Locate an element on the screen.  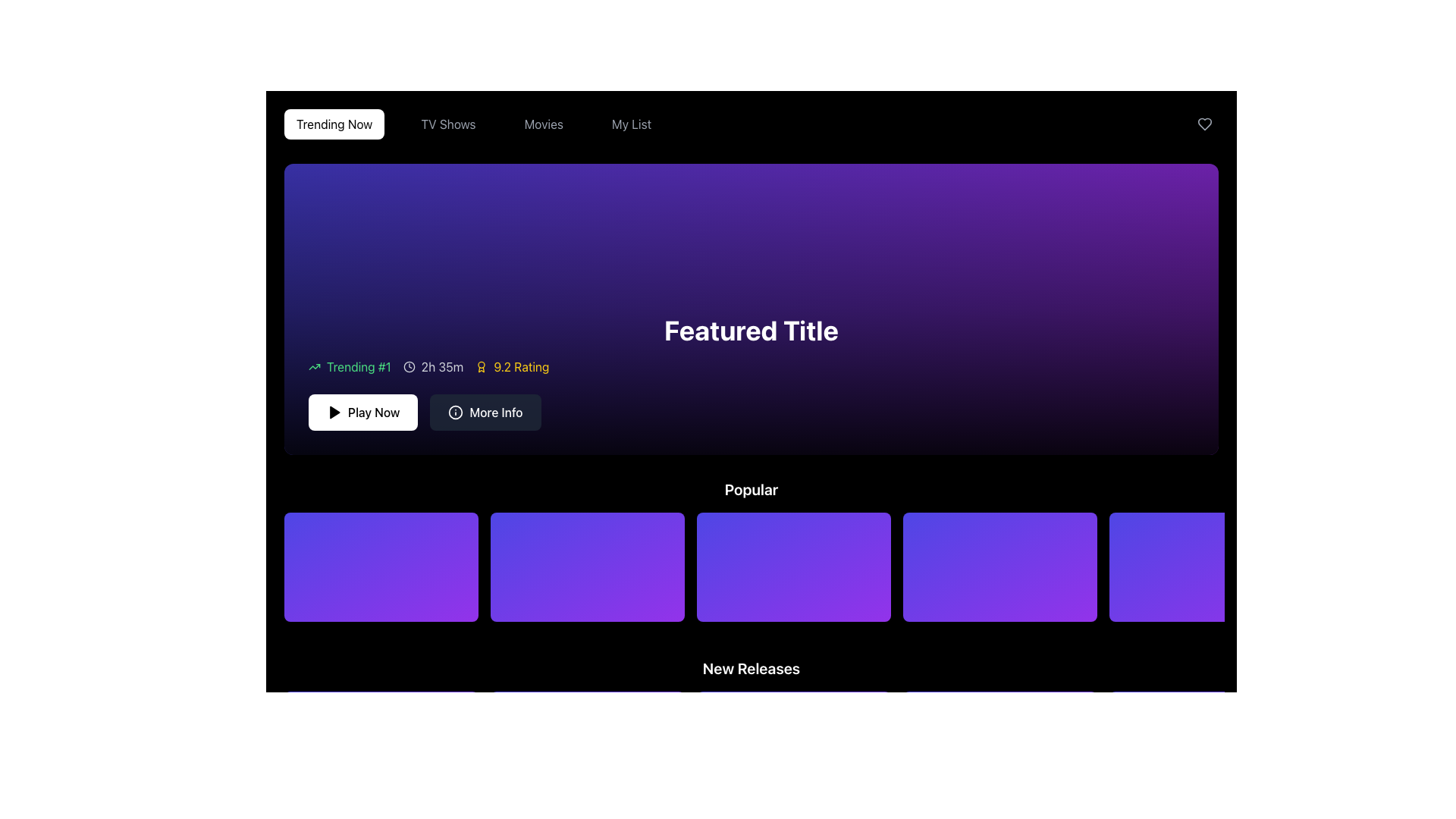
the rating indicator text label located to the right of the small award icon, below the 'Featured Title' heading is located at coordinates (521, 366).